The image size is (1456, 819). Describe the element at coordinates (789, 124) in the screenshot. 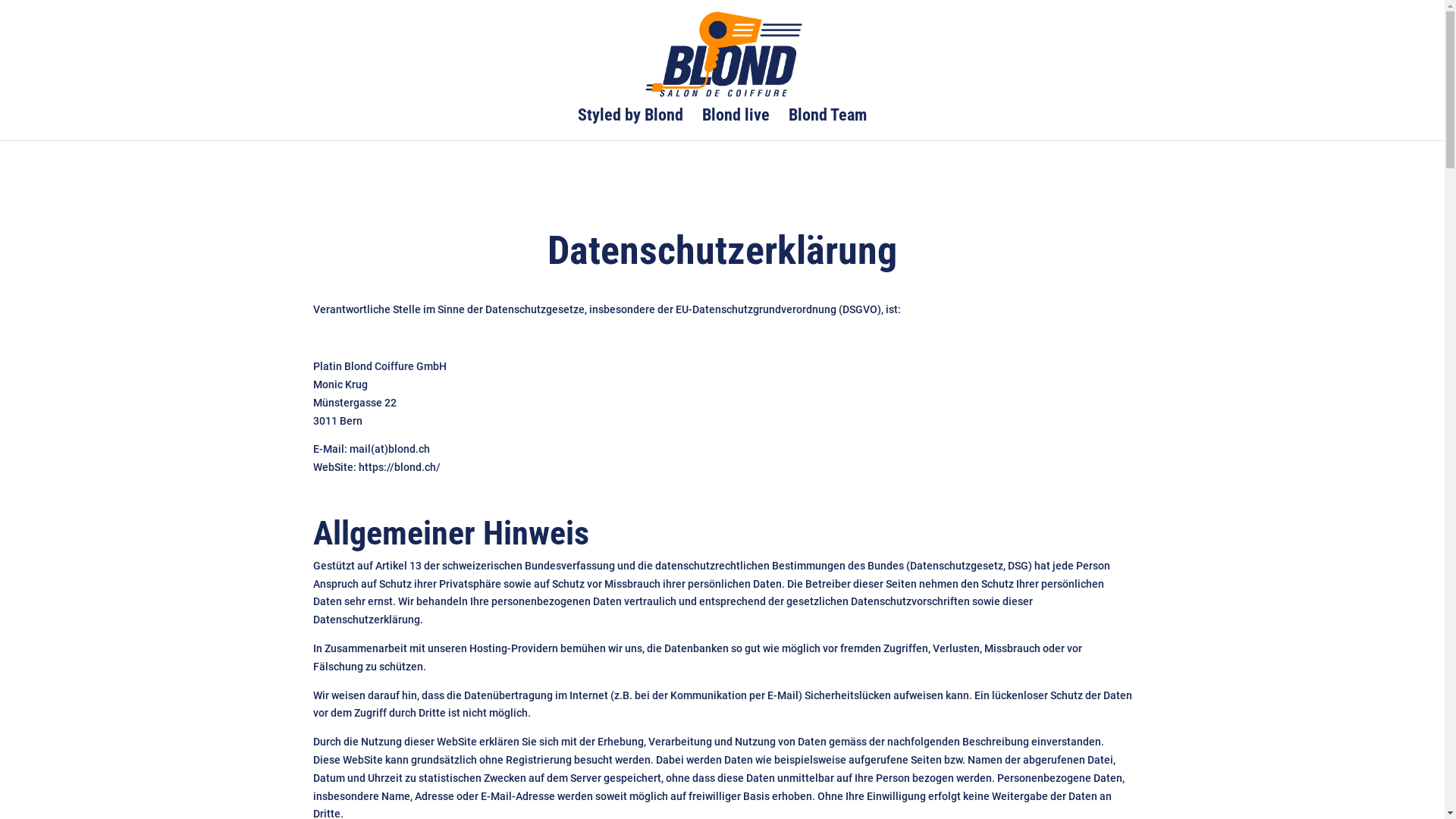

I see `'Blond Team'` at that location.